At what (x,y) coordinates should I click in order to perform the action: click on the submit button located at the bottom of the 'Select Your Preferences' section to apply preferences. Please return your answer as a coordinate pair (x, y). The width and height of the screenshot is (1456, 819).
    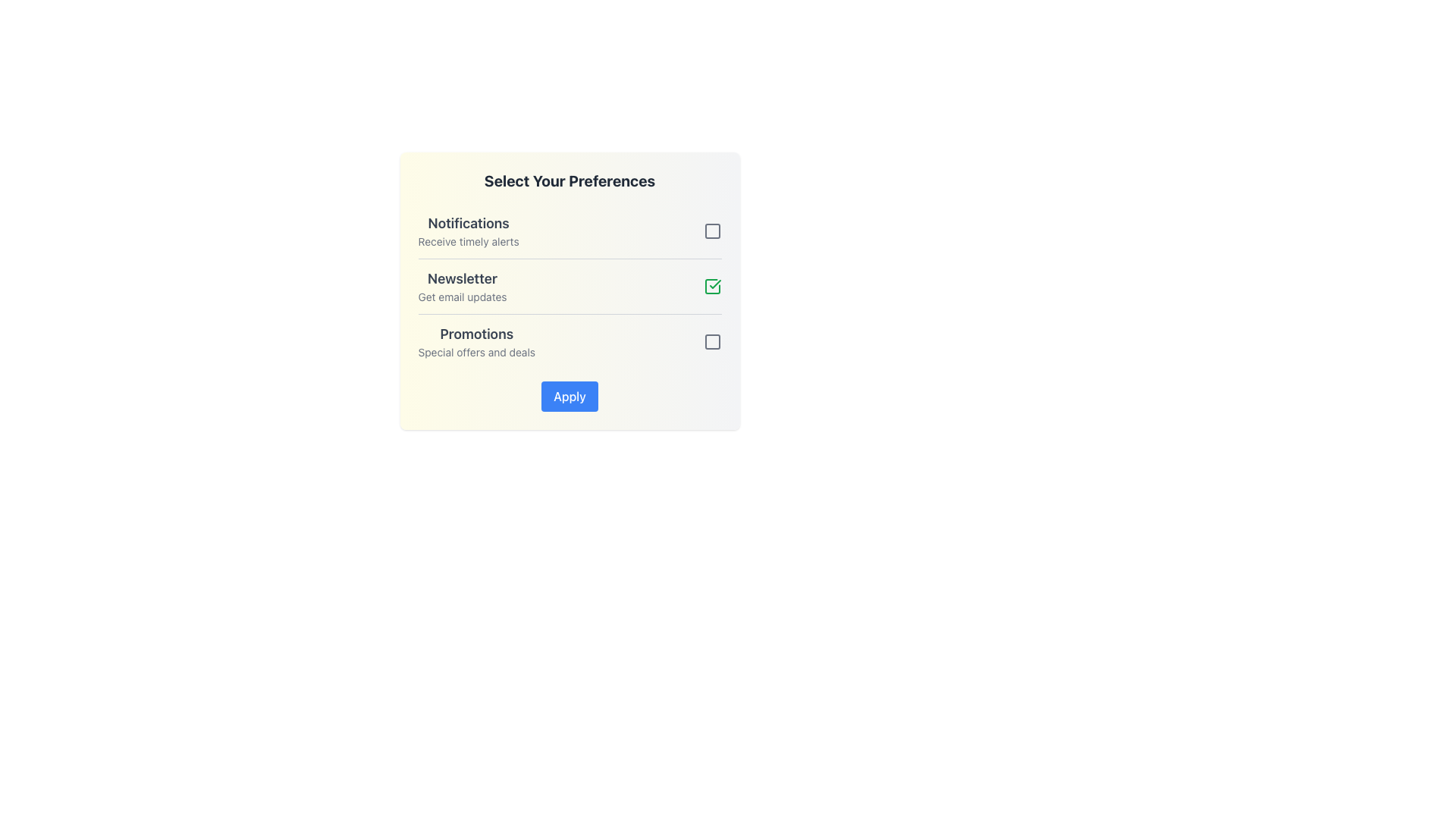
    Looking at the image, I should click on (569, 396).